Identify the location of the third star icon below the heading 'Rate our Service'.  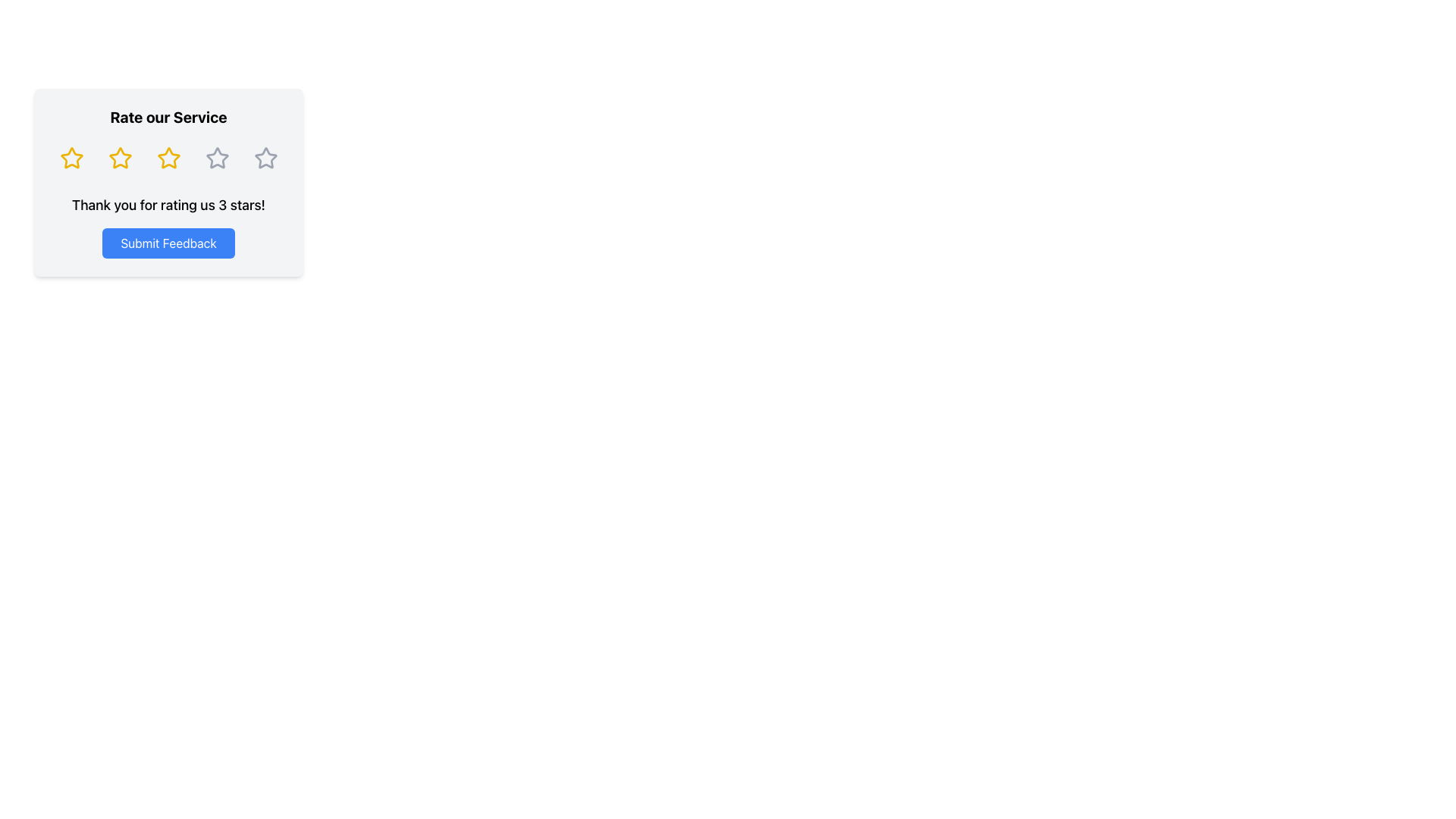
(216, 158).